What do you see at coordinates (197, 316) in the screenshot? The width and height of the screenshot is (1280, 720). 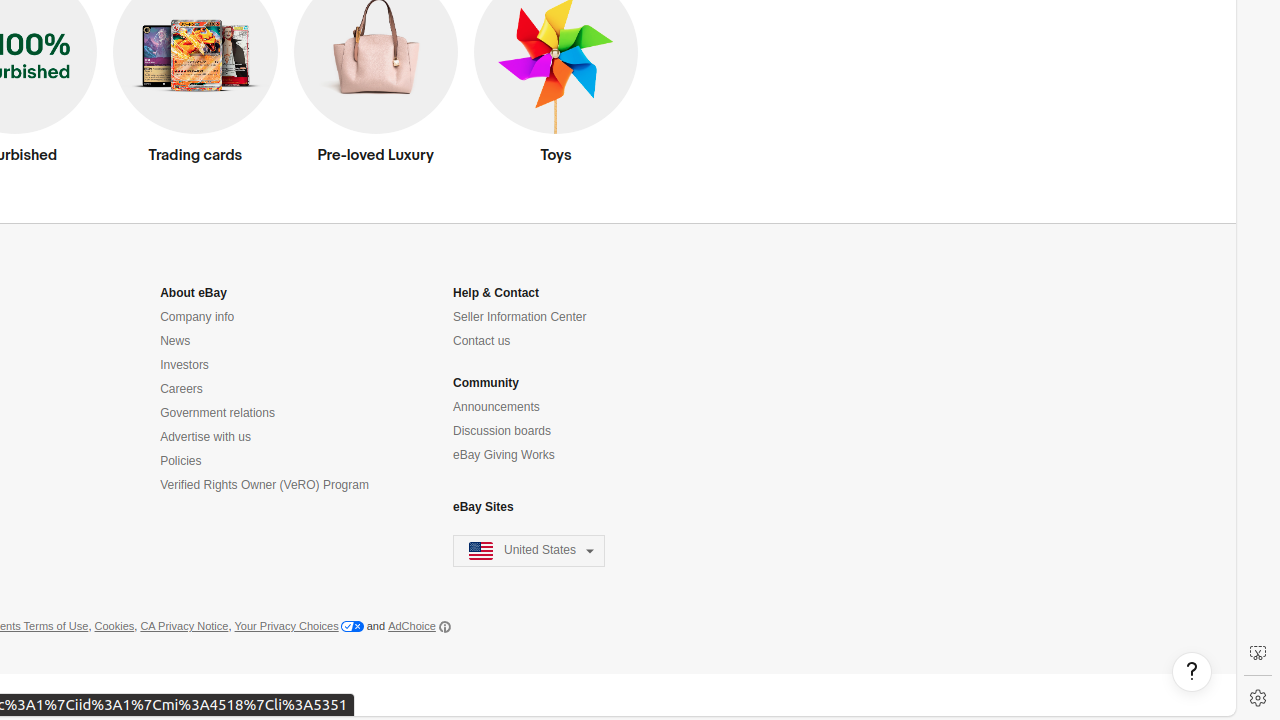 I see `'Company info'` at bounding box center [197, 316].